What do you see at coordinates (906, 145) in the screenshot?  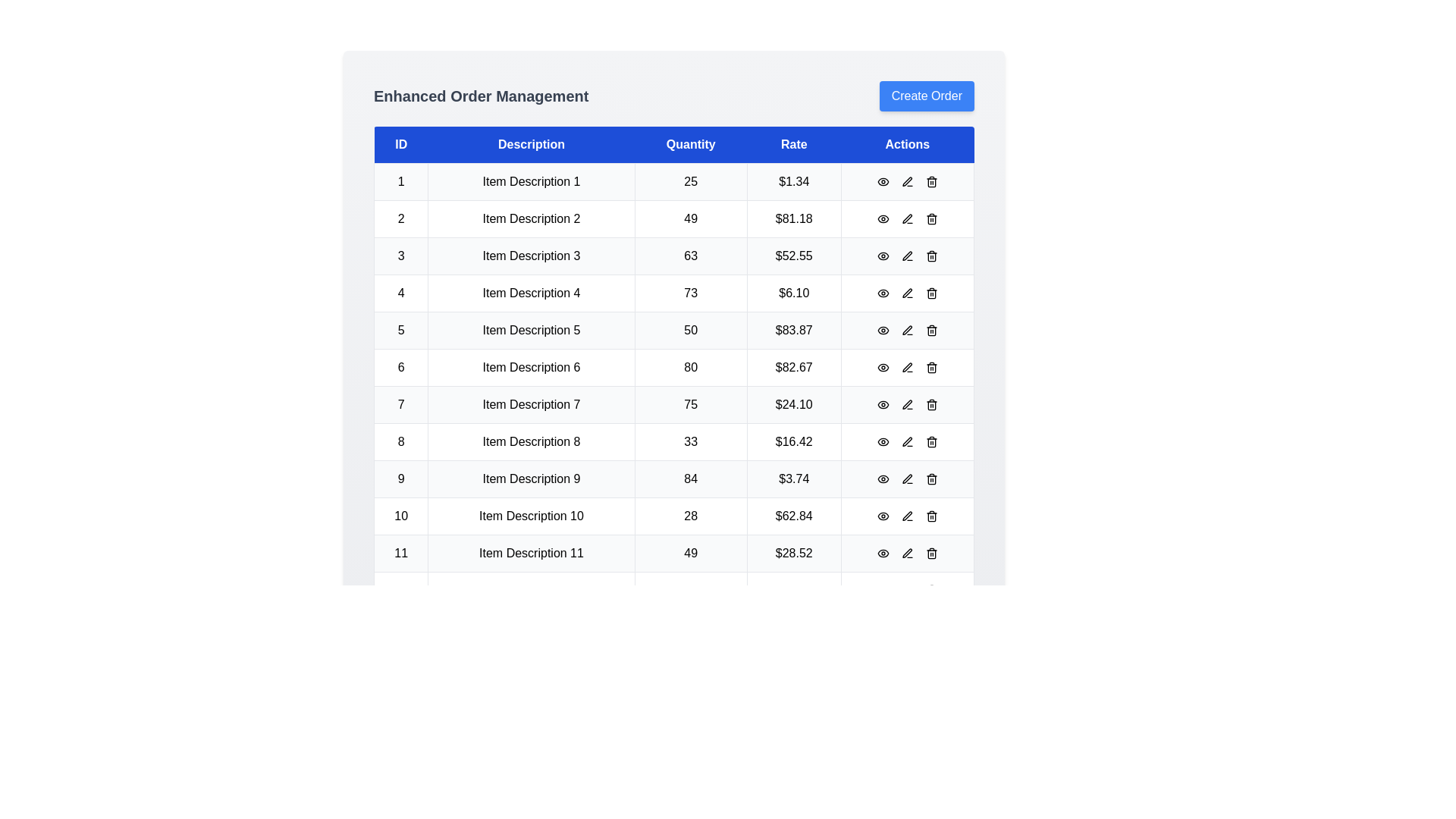 I see `the header labeled Actions to sort the table by that column` at bounding box center [906, 145].